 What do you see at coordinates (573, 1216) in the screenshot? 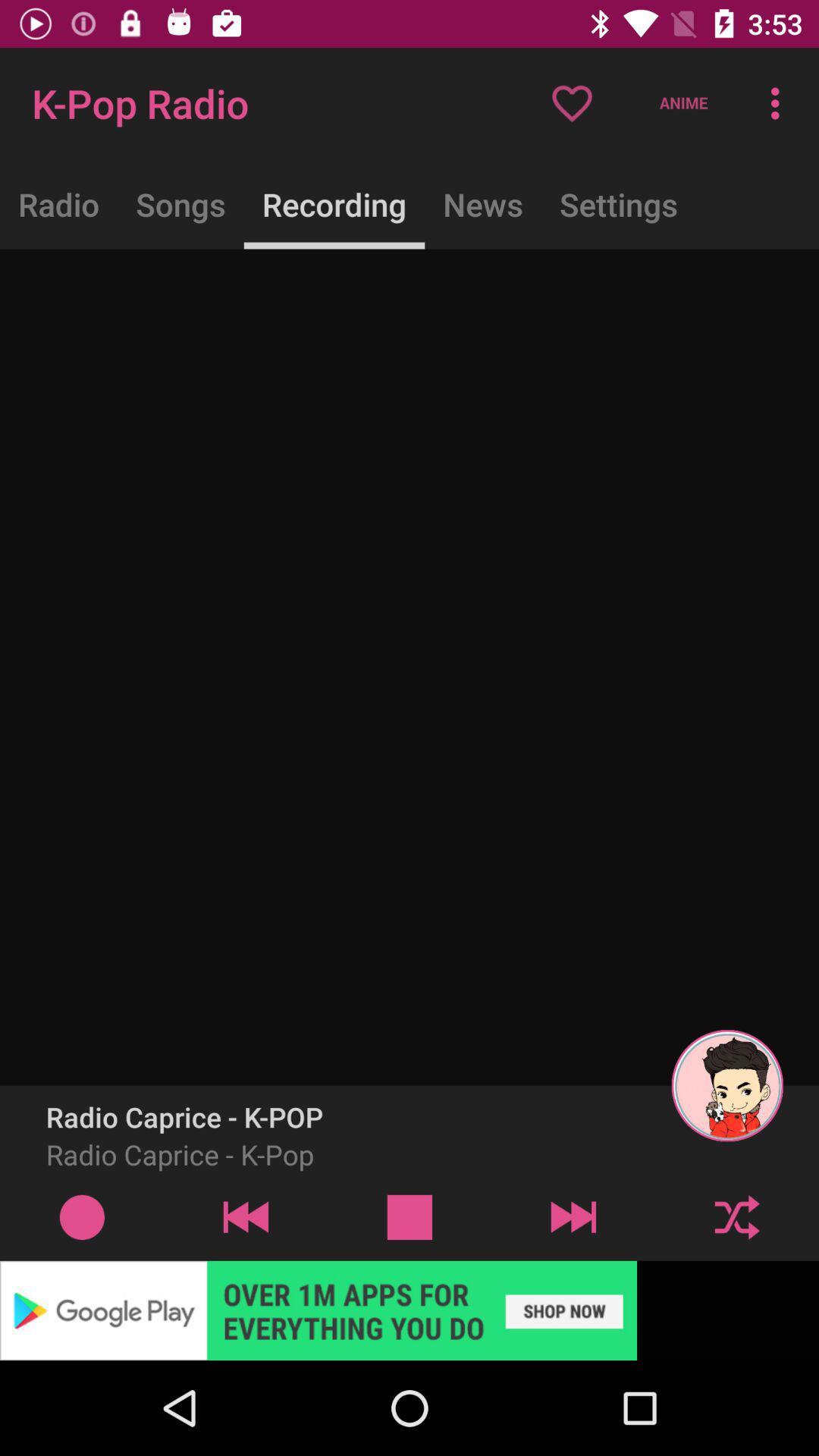
I see `next play` at bounding box center [573, 1216].